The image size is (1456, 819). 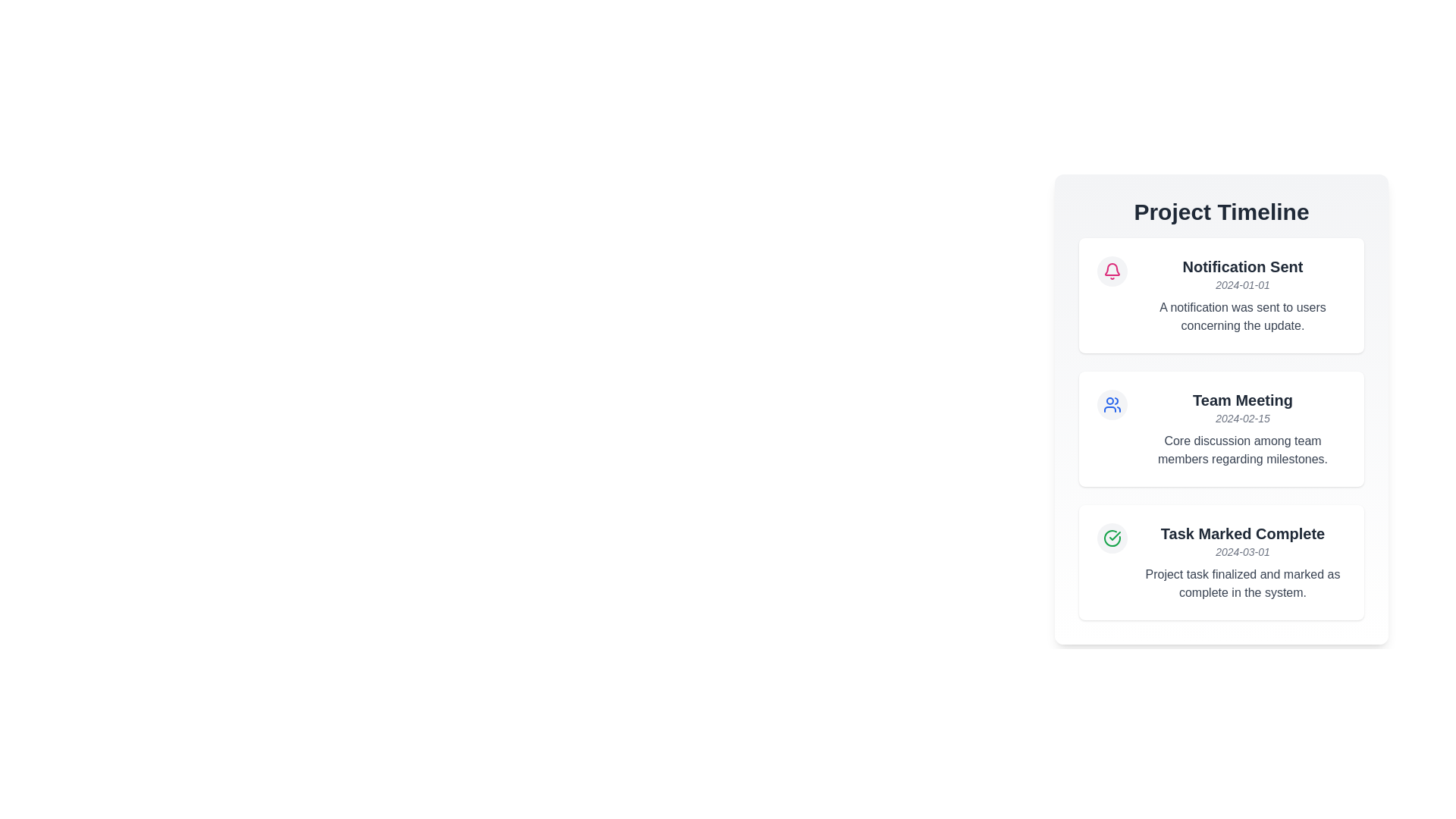 What do you see at coordinates (1112, 271) in the screenshot?
I see `the notification icon, which is the first item in the left section of the notification block, positioned to the left of the title 'Notification Sent'` at bounding box center [1112, 271].